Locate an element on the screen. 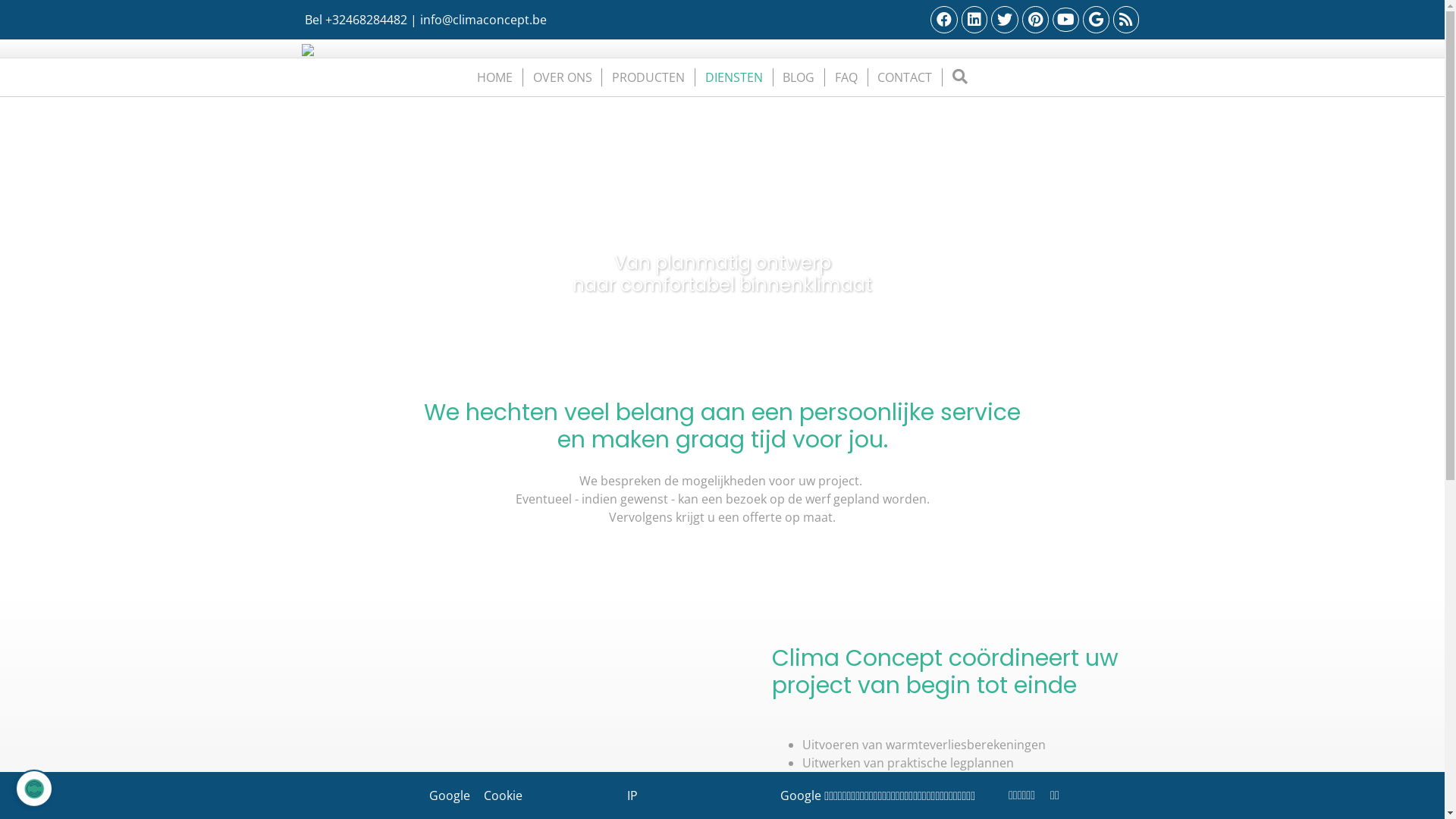  'CONTACT' is located at coordinates (905, 77).